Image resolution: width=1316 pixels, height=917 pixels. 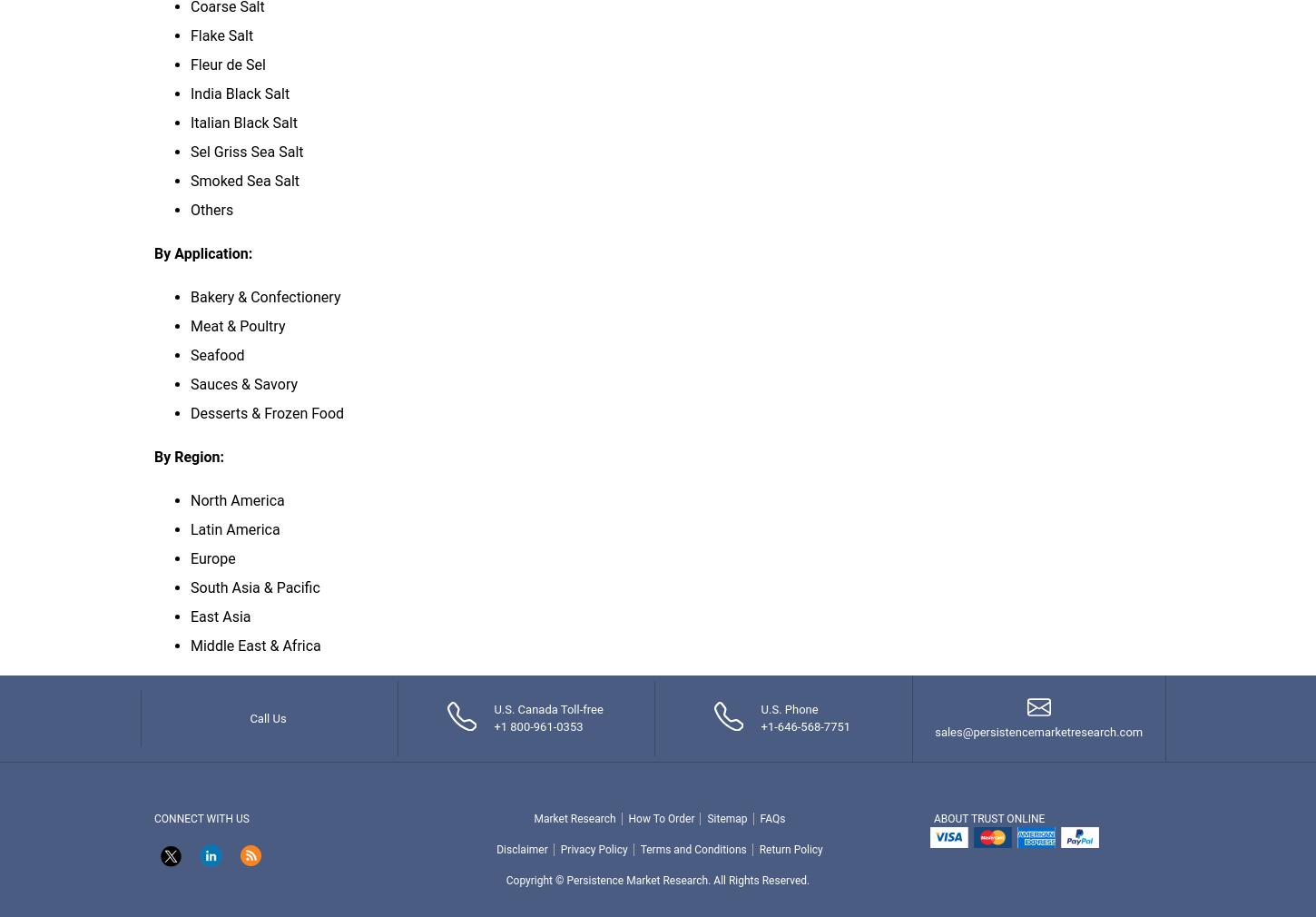 What do you see at coordinates (227, 63) in the screenshot?
I see `'Fleur de Sel'` at bounding box center [227, 63].